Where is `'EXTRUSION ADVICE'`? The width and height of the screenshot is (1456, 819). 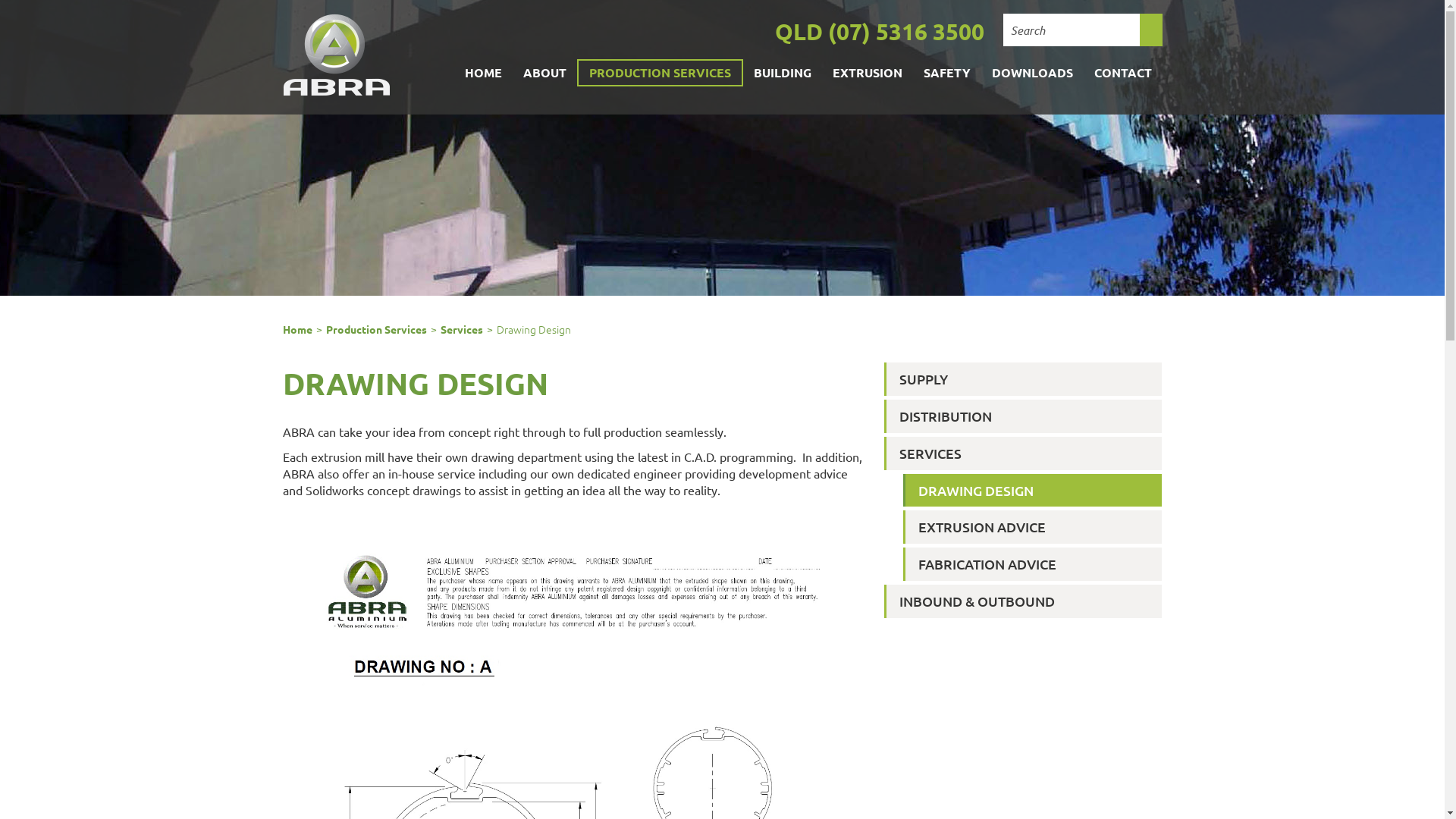 'EXTRUSION ADVICE' is located at coordinates (1032, 526).